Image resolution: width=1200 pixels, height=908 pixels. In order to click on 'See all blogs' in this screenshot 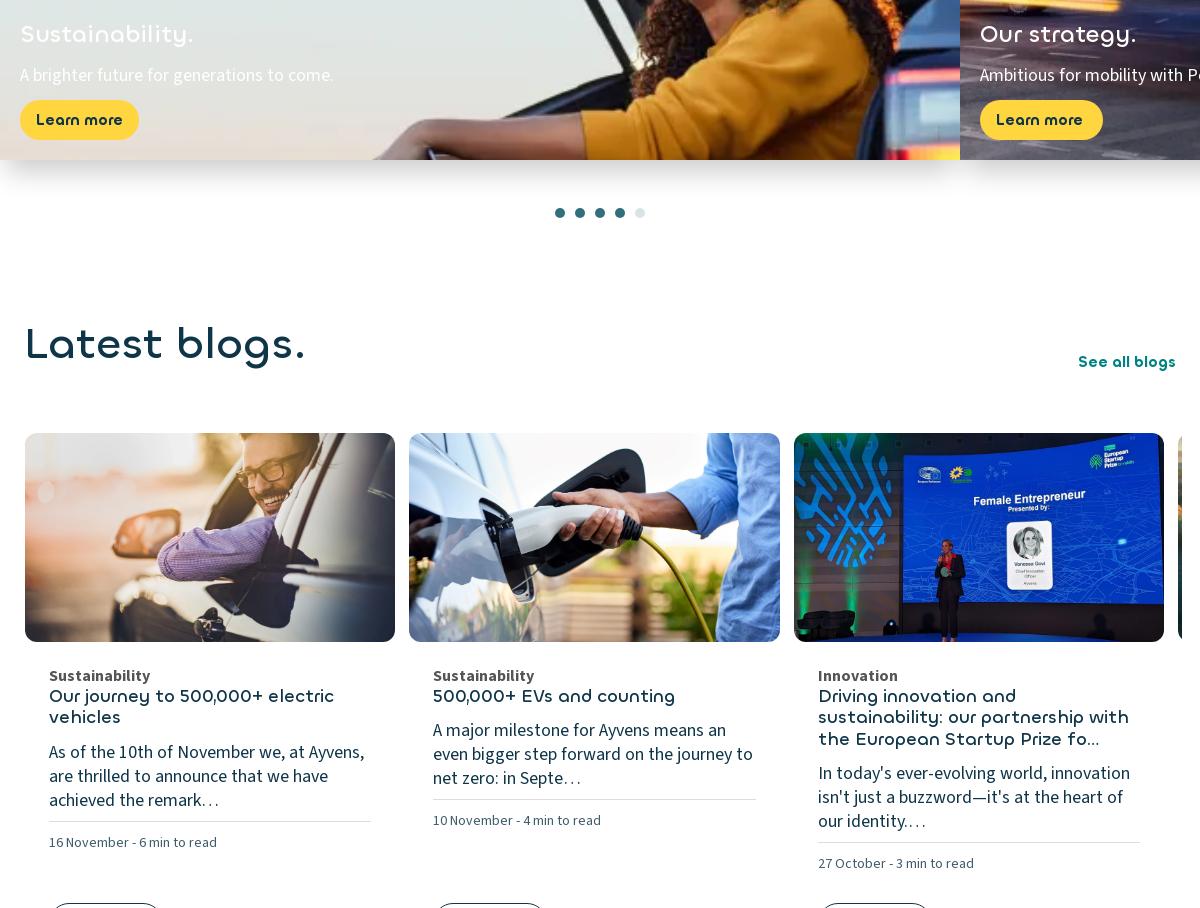, I will do `click(1126, 362)`.